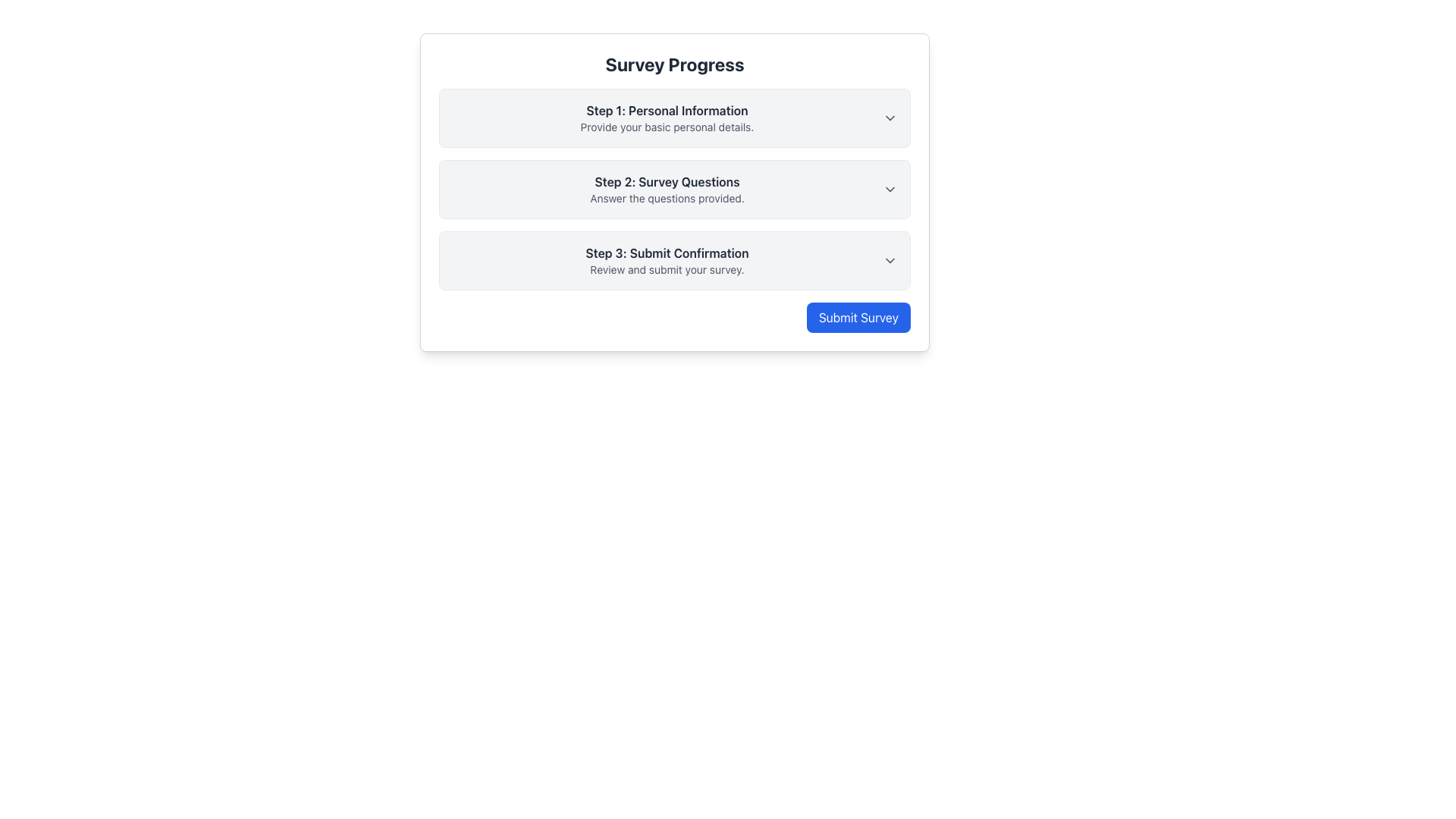  I want to click on the text label indicating the third step in the survey process, which is positioned below 'Step 1: Personal Information' and 'Step 2: Survey Questions' under the 'Survey Progress' header, so click(667, 259).